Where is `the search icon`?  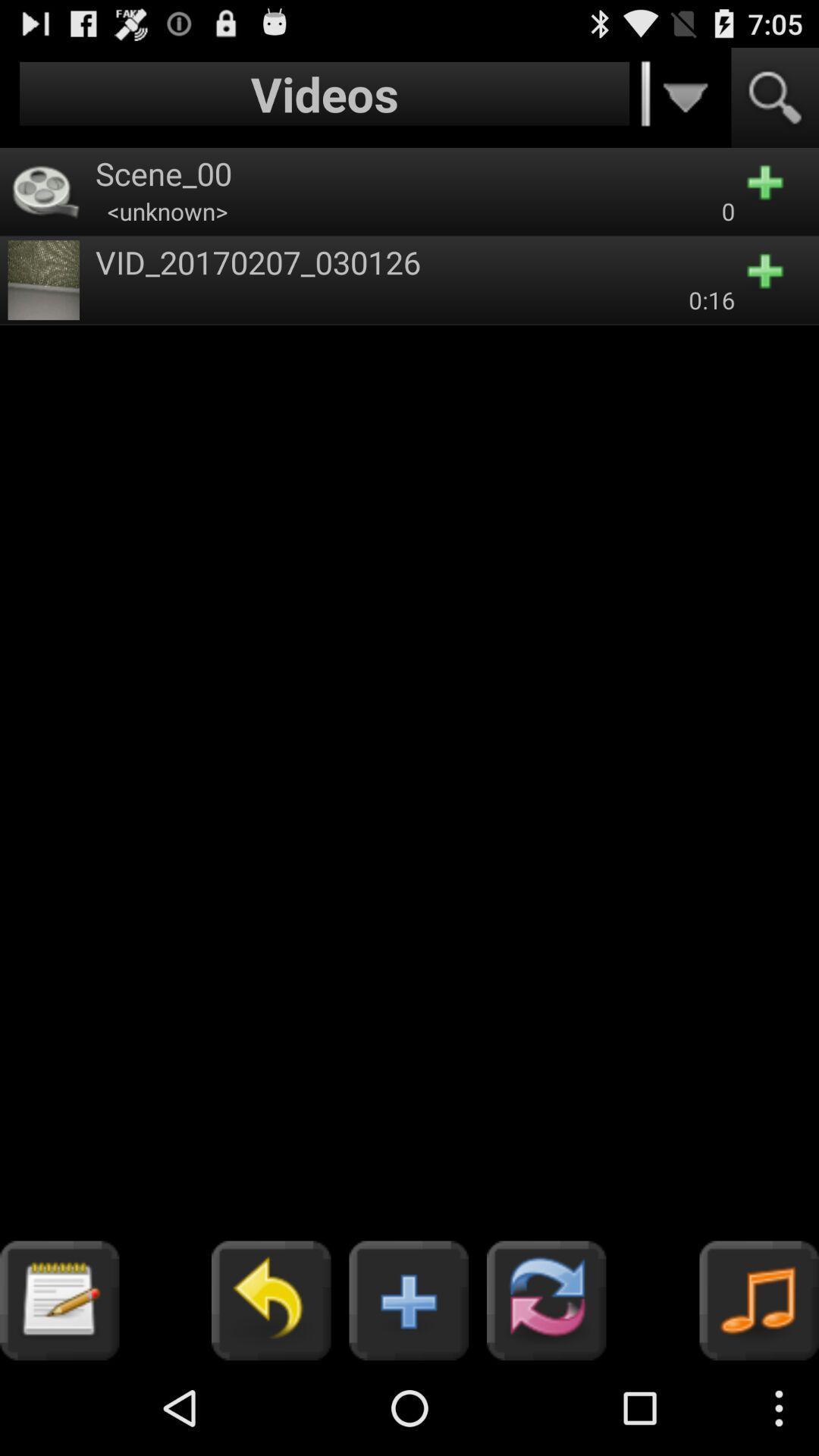 the search icon is located at coordinates (775, 104).